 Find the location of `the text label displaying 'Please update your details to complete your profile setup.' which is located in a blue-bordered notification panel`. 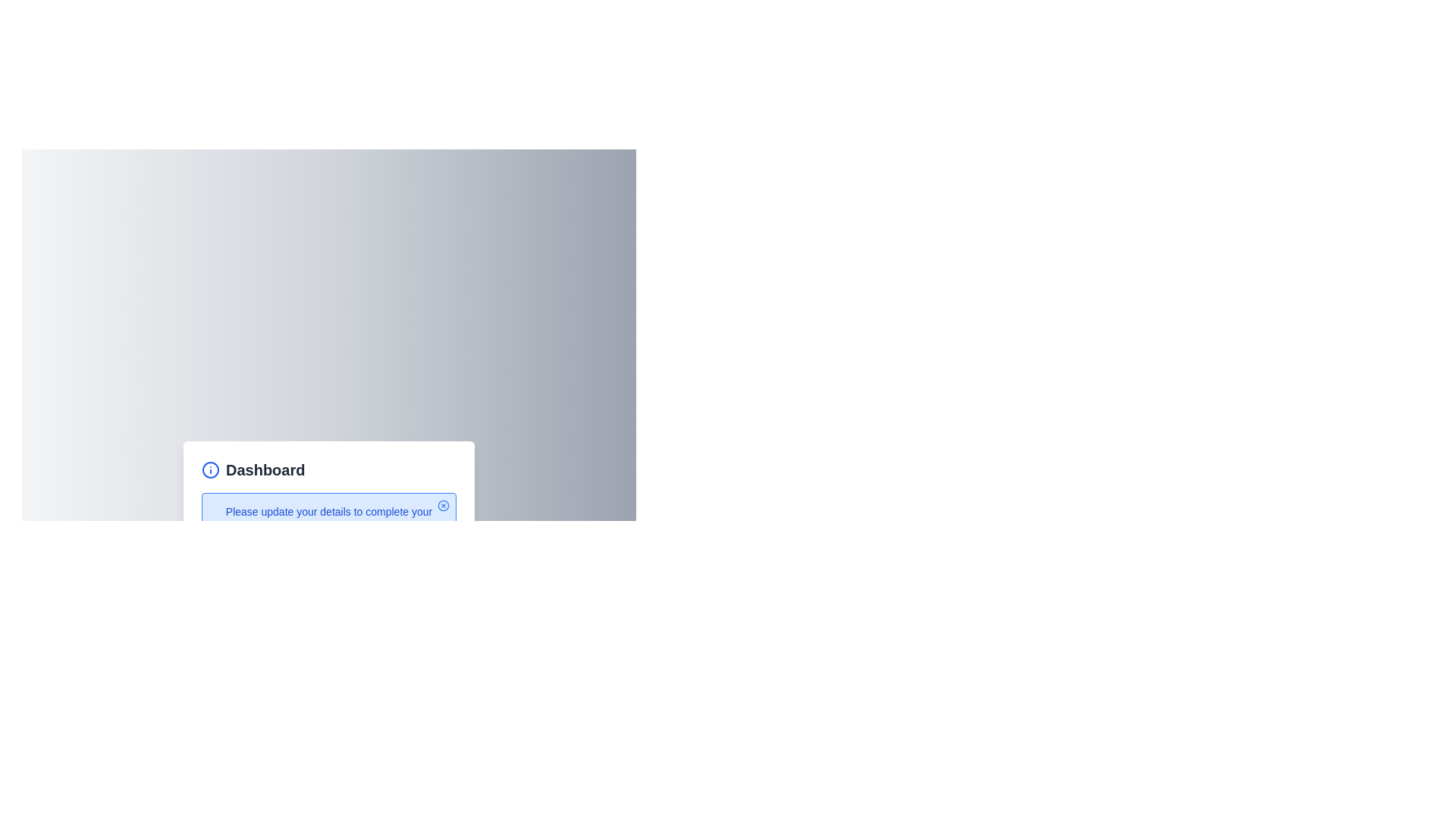

the text label displaying 'Please update your details to complete your profile setup.' which is located in a blue-bordered notification panel is located at coordinates (328, 519).